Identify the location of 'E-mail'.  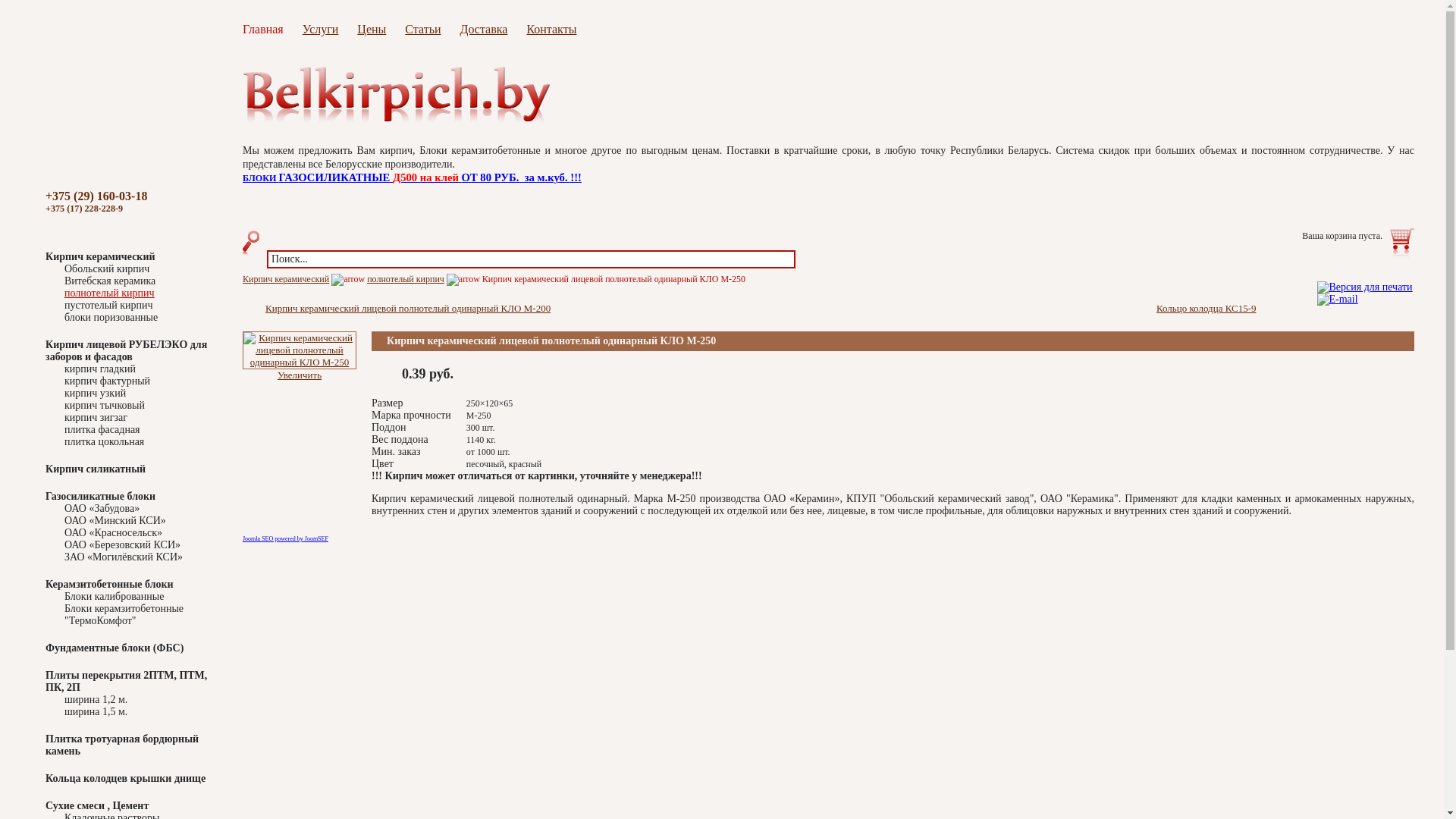
(1336, 296).